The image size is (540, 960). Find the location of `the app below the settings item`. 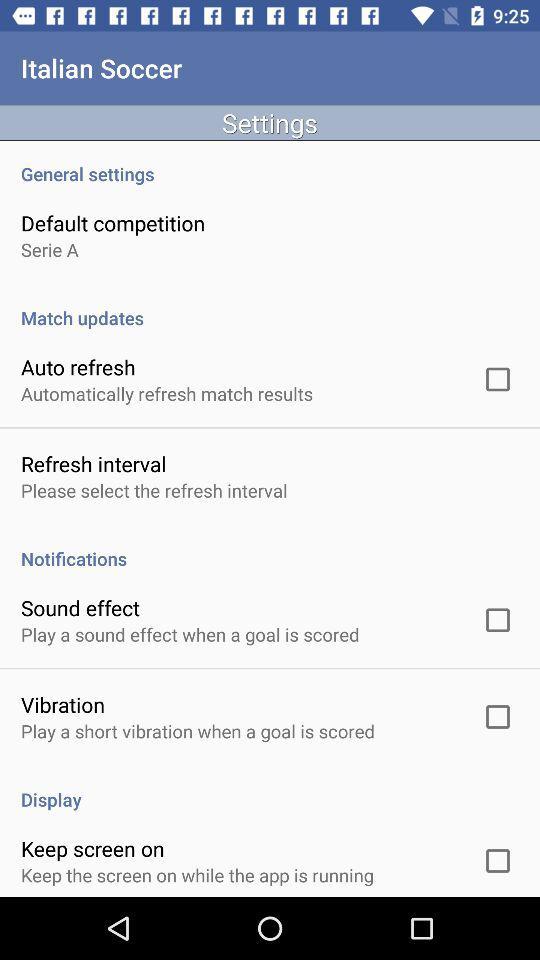

the app below the settings item is located at coordinates (270, 162).